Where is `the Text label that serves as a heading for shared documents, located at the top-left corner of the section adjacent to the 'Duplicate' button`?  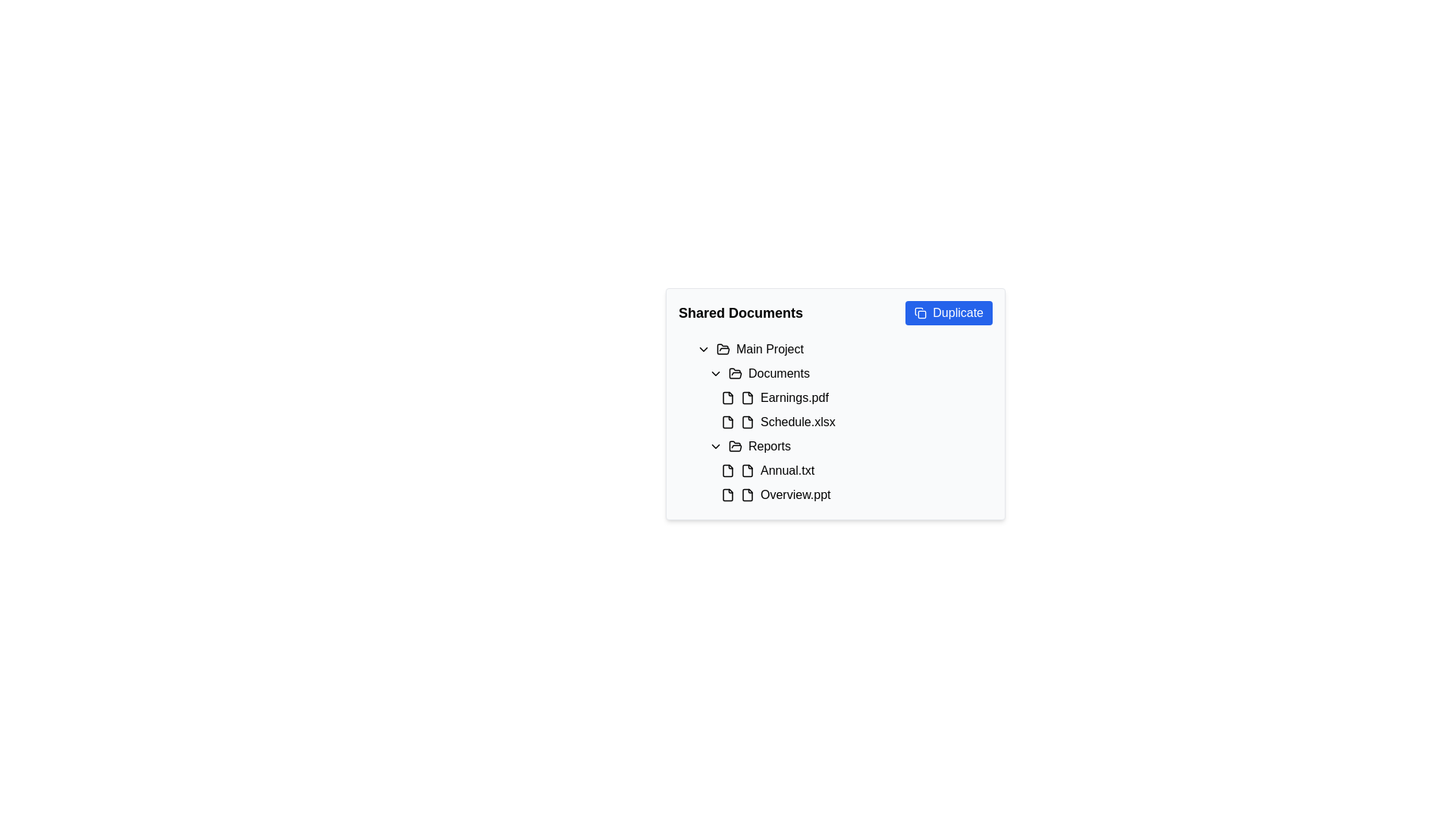 the Text label that serves as a heading for shared documents, located at the top-left corner of the section adjacent to the 'Duplicate' button is located at coordinates (741, 312).